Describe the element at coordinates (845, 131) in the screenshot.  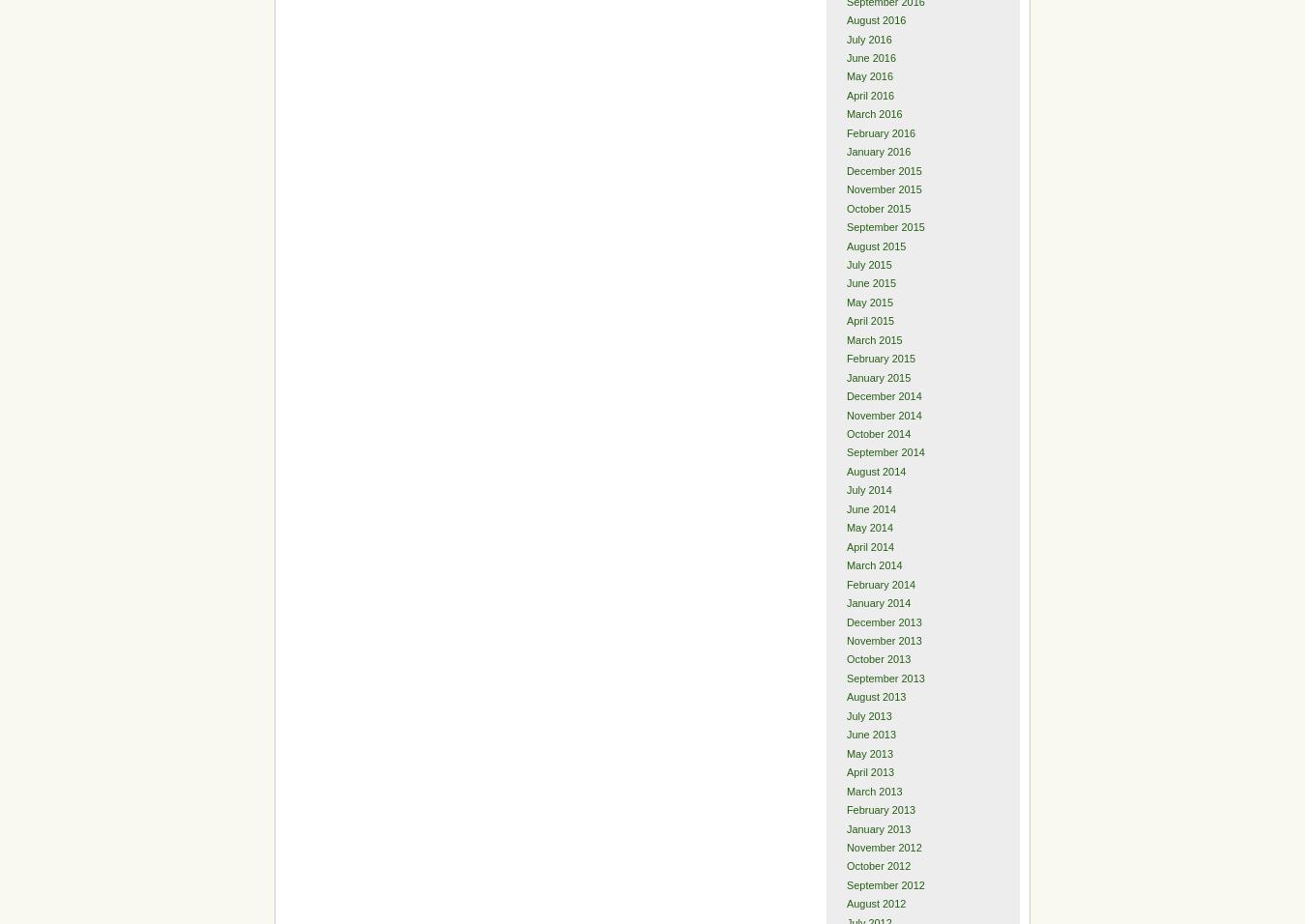
I see `'February 2016'` at that location.